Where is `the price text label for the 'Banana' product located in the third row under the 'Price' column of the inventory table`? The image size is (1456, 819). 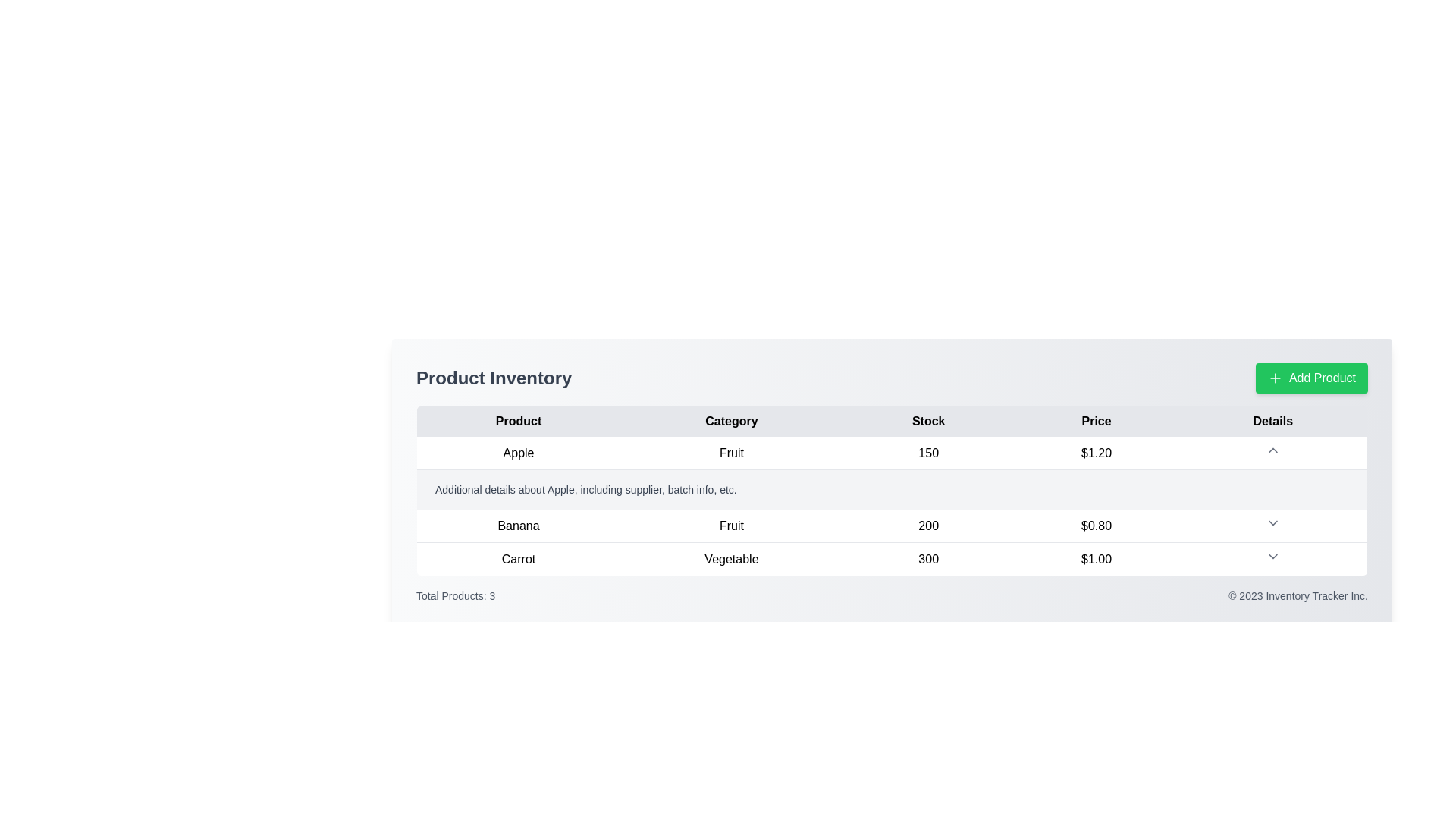 the price text label for the 'Banana' product located in the third row under the 'Price' column of the inventory table is located at coordinates (1097, 525).